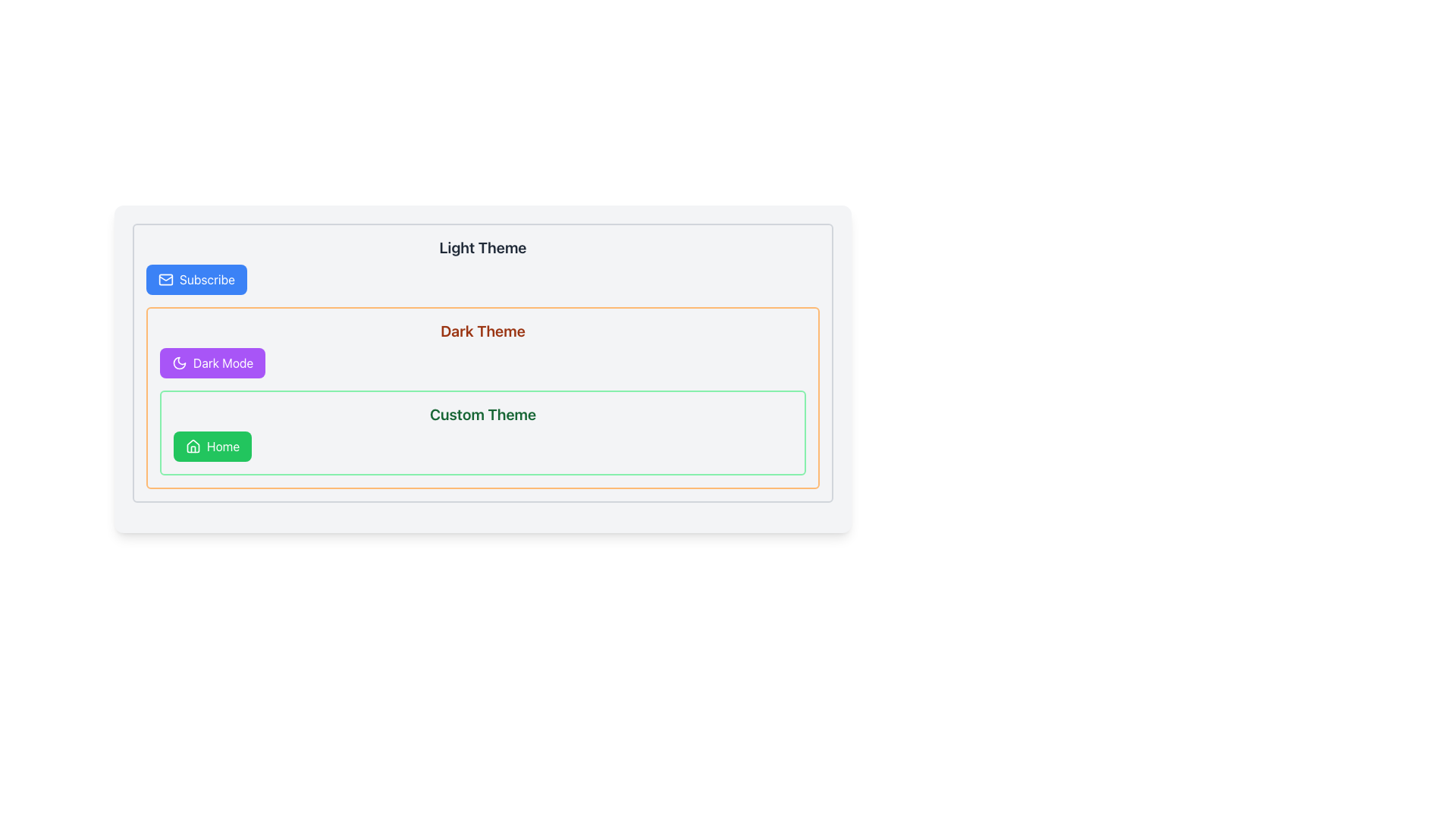 This screenshot has height=819, width=1456. Describe the element at coordinates (196, 280) in the screenshot. I see `the 'Subscribe' button, which has a light blue background and a white envelope icon, to observe its hover effects` at that location.